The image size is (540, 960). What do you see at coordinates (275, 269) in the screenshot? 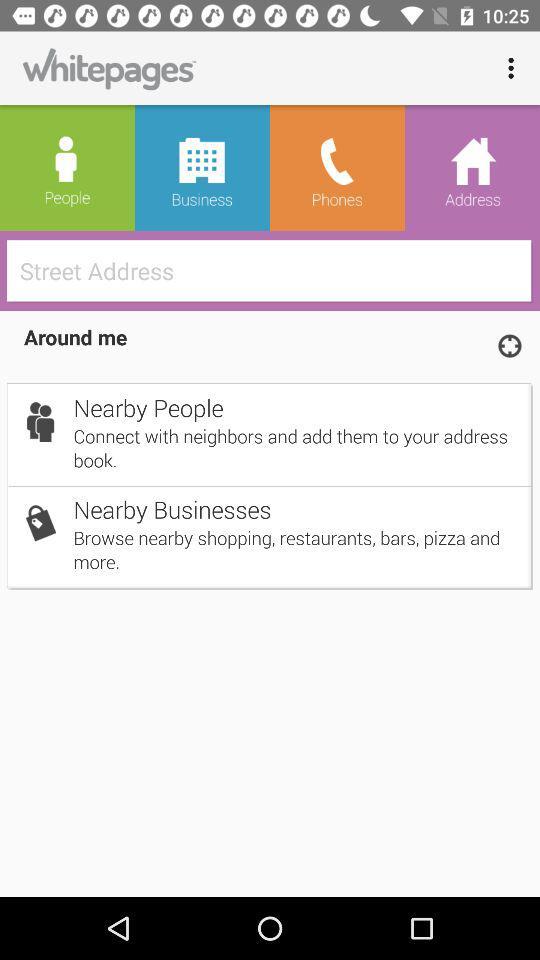
I see `the icon above the around me` at bounding box center [275, 269].